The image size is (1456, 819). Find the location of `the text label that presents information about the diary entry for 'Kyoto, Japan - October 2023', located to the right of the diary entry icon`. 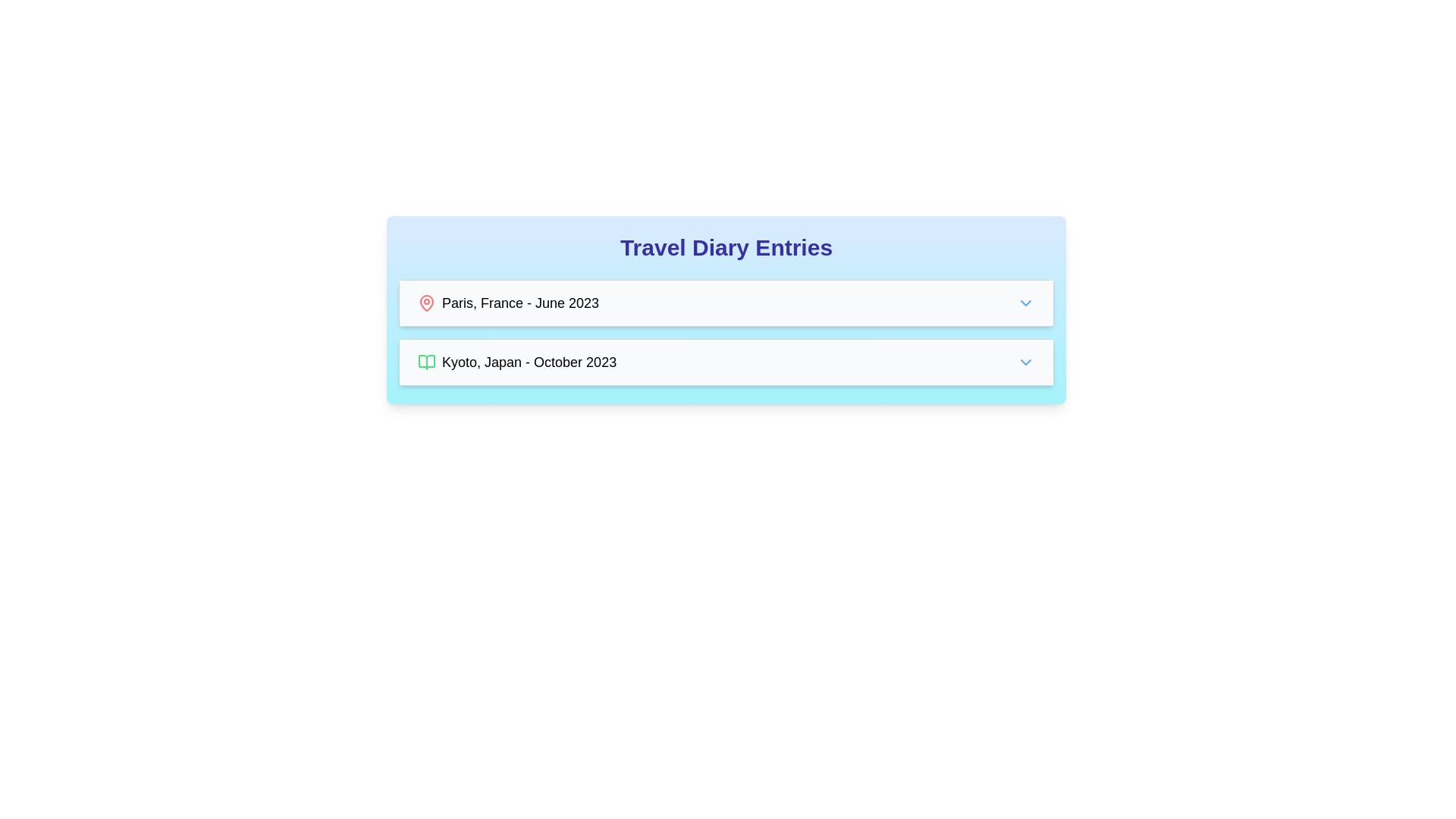

the text label that presents information about the diary entry for 'Kyoto, Japan - October 2023', located to the right of the diary entry icon is located at coordinates (529, 362).